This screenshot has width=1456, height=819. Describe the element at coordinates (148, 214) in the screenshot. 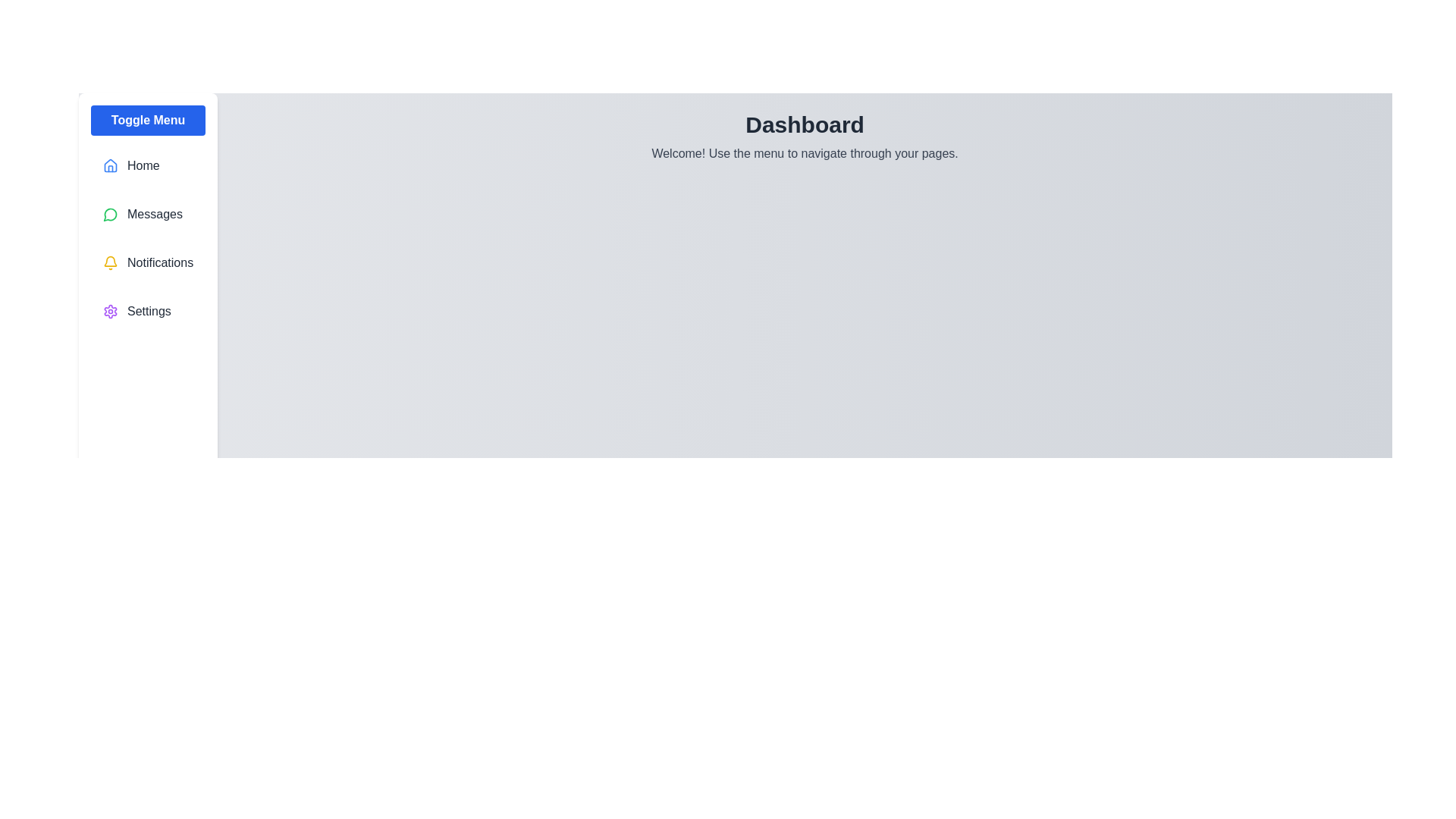

I see `the menu item labeled Messages to observe the hover effect` at that location.